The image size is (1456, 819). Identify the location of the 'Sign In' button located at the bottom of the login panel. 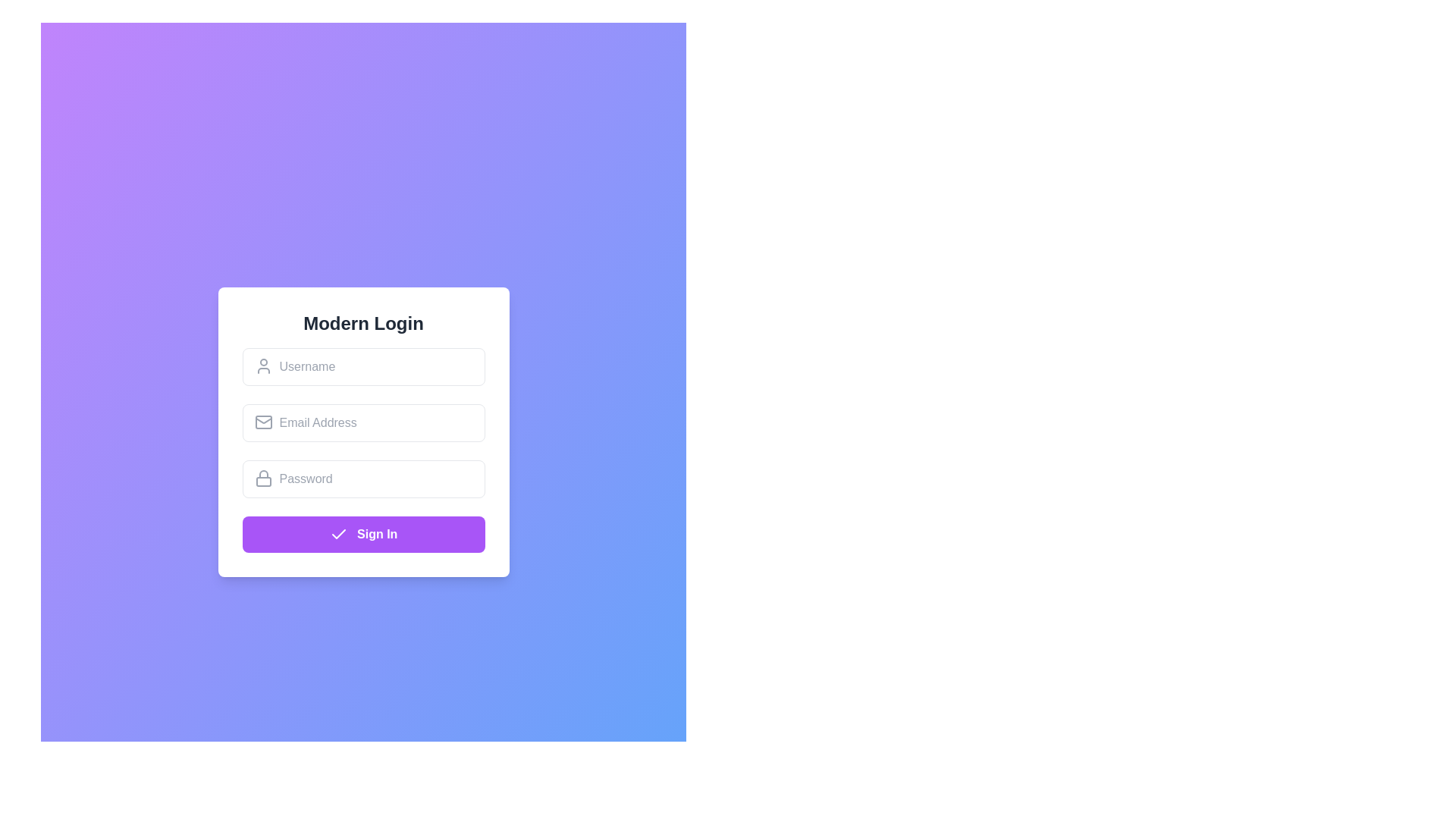
(362, 534).